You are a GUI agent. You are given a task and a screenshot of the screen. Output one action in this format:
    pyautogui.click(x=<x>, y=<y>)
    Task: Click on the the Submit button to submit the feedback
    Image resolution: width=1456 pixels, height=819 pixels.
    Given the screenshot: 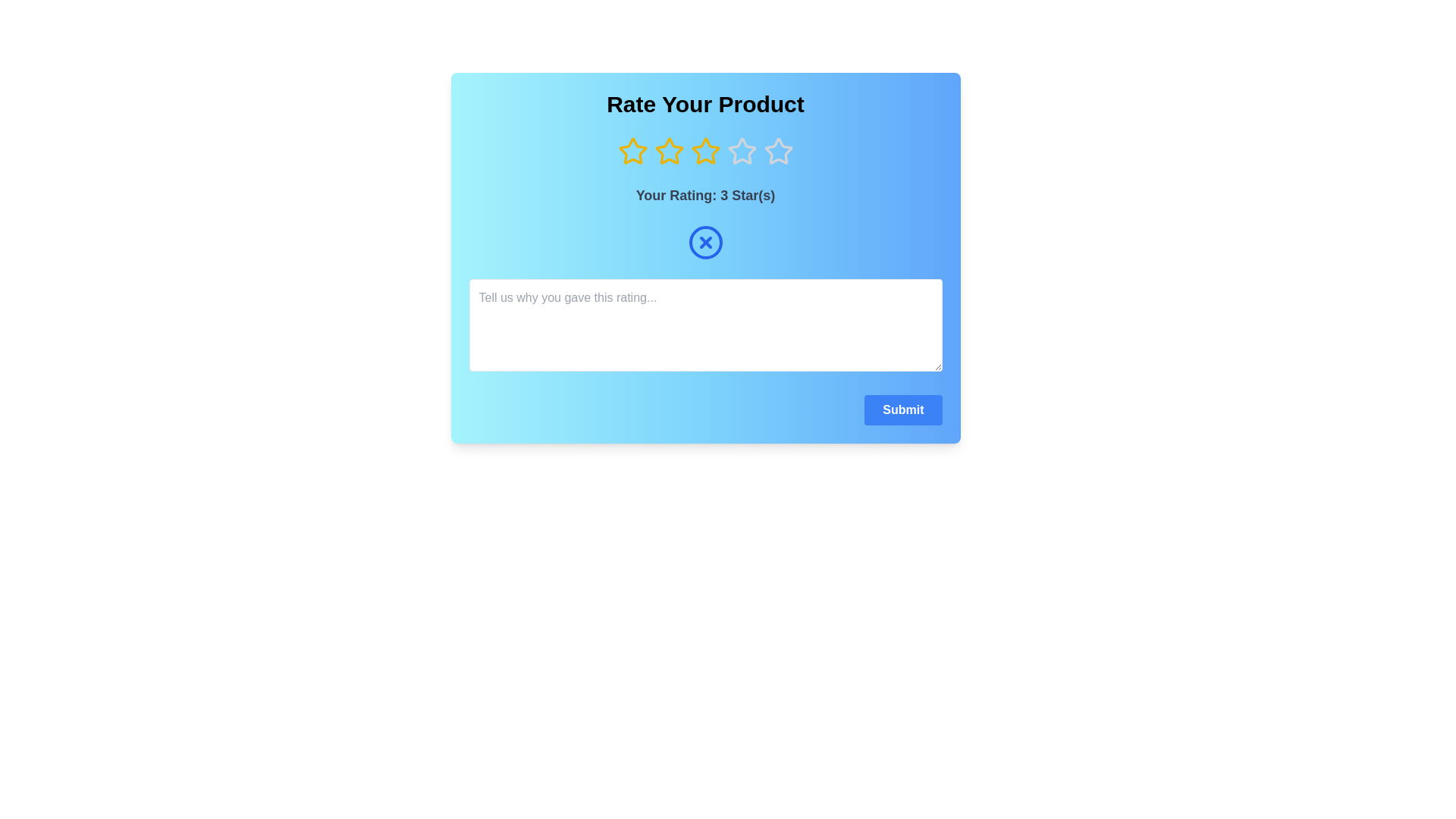 What is the action you would take?
    pyautogui.click(x=903, y=409)
    